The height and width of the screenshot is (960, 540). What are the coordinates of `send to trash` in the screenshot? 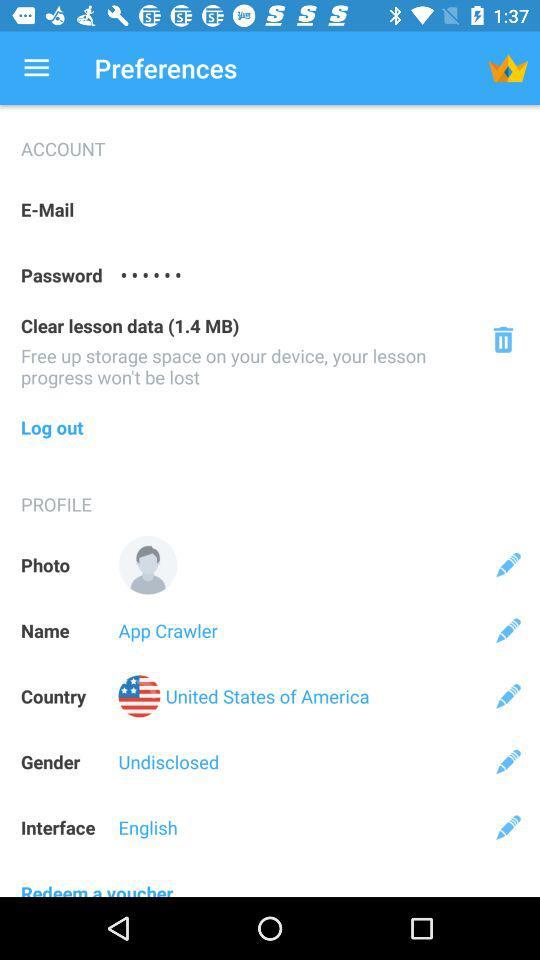 It's located at (502, 339).